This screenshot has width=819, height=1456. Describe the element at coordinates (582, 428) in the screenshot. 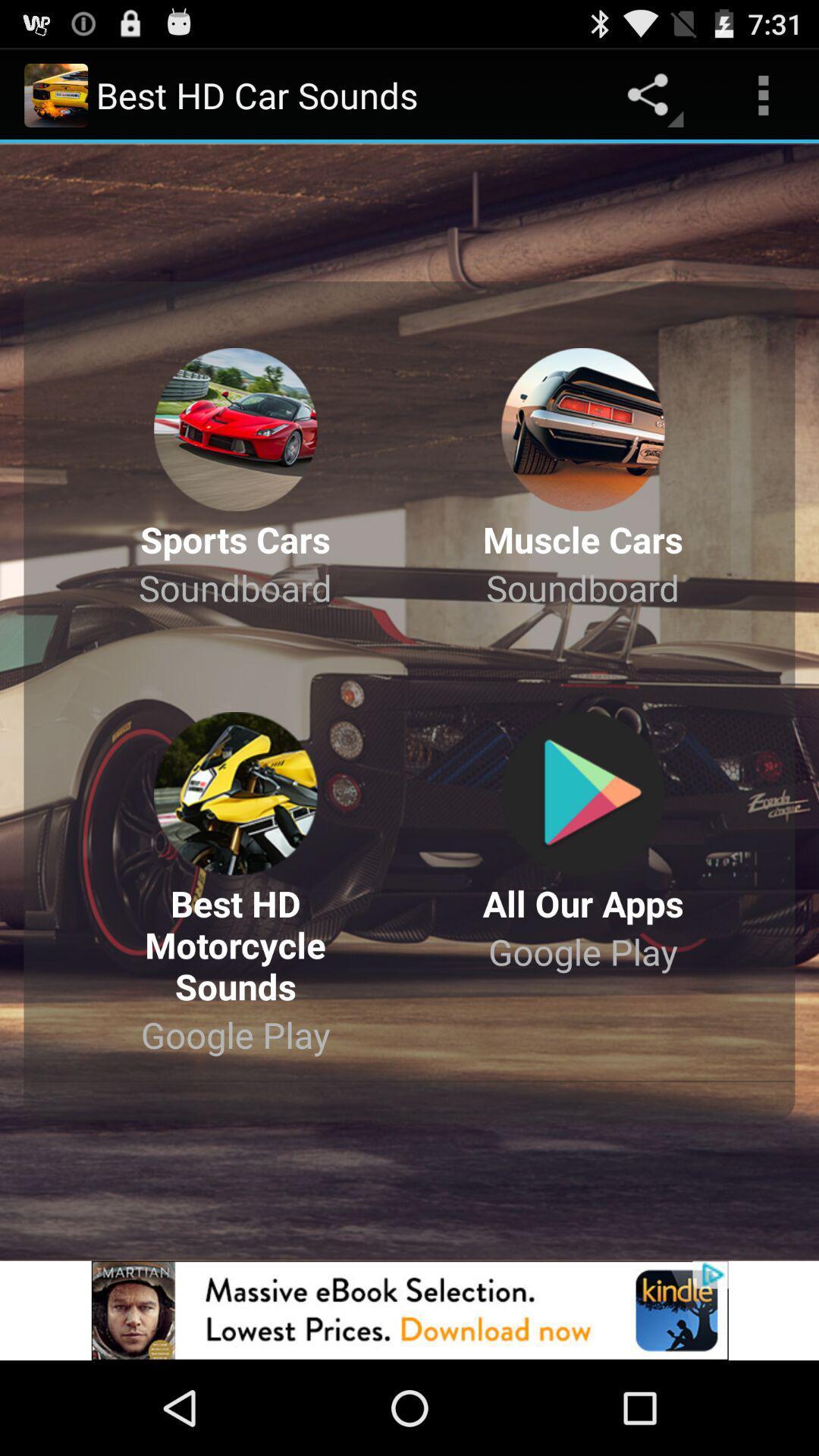

I see `the image above muscle cars` at that location.